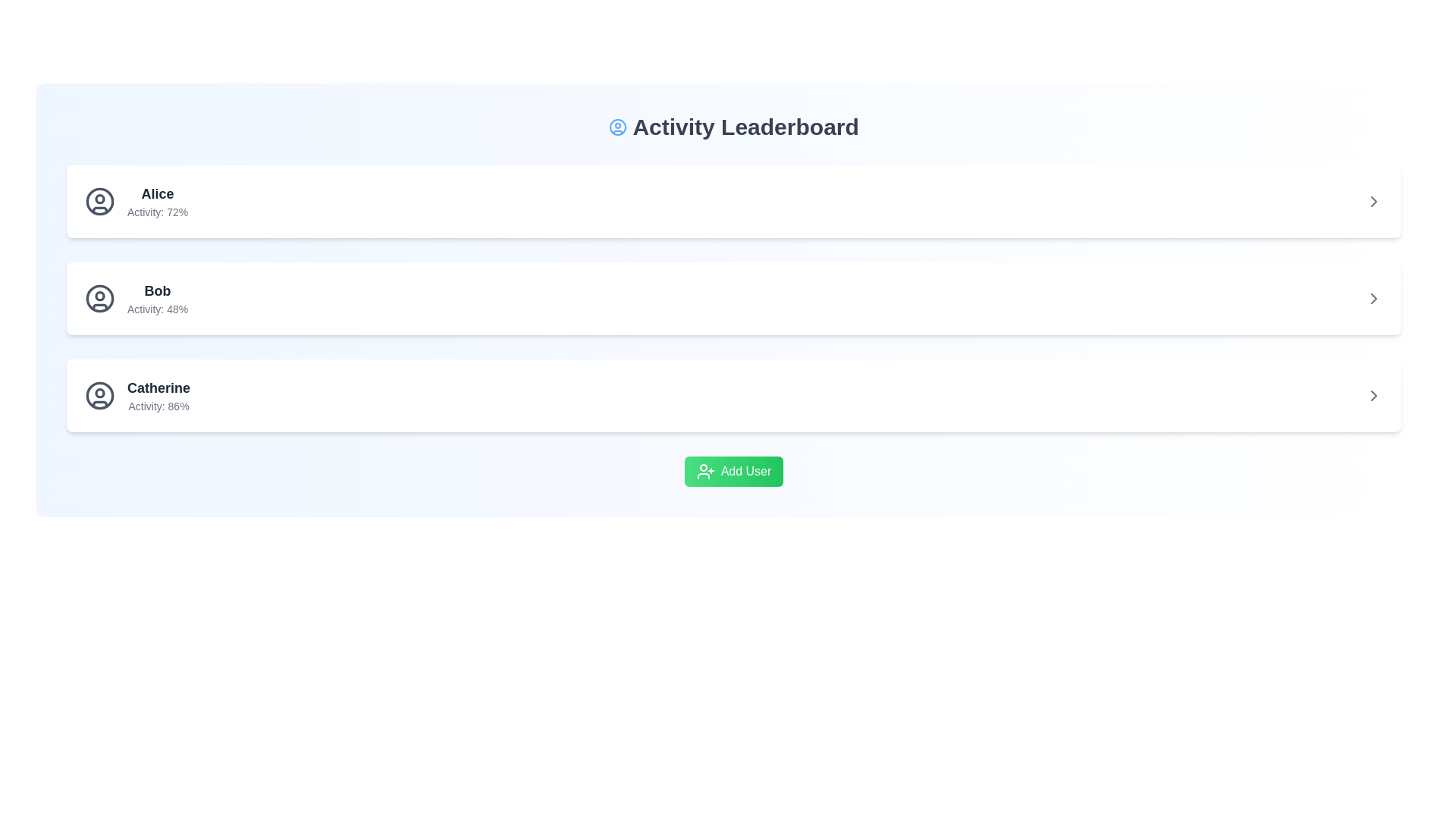 This screenshot has width=1456, height=819. I want to click on the text element reading 'Catherine' in bold gray font located in the third row of the leaderboard list, so click(158, 388).